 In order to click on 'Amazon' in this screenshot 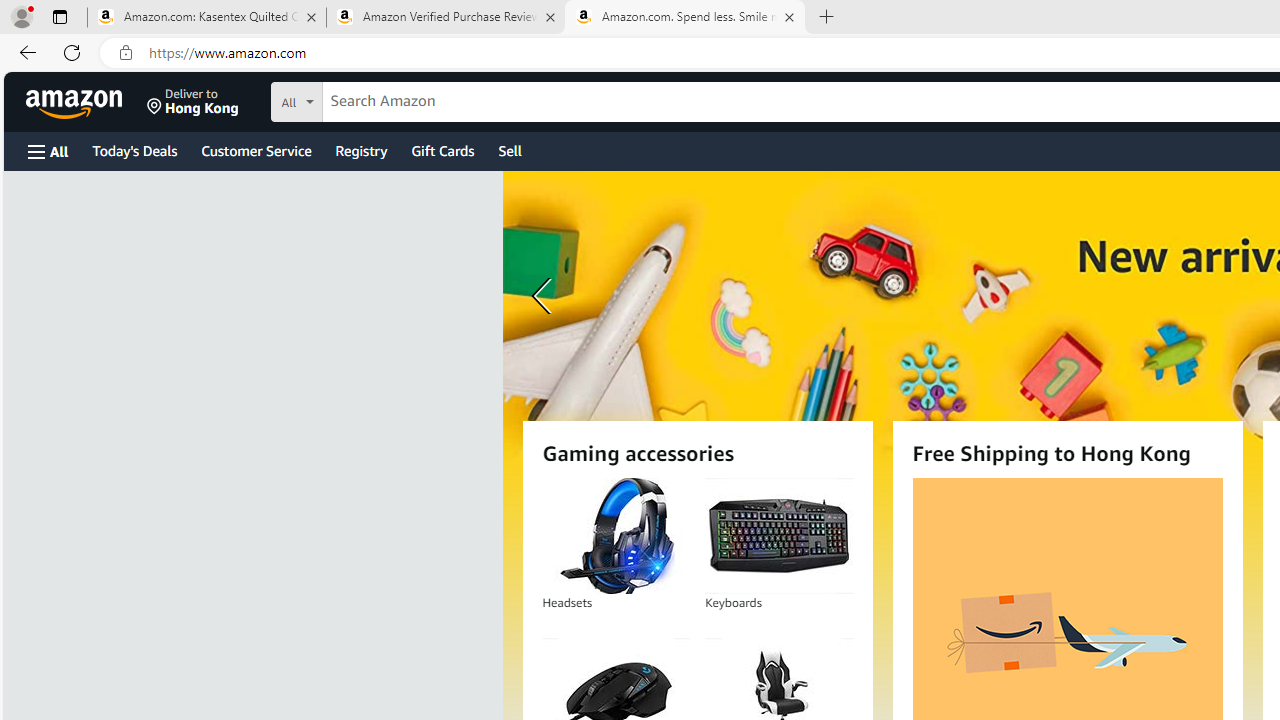, I will do `click(76, 101)`.